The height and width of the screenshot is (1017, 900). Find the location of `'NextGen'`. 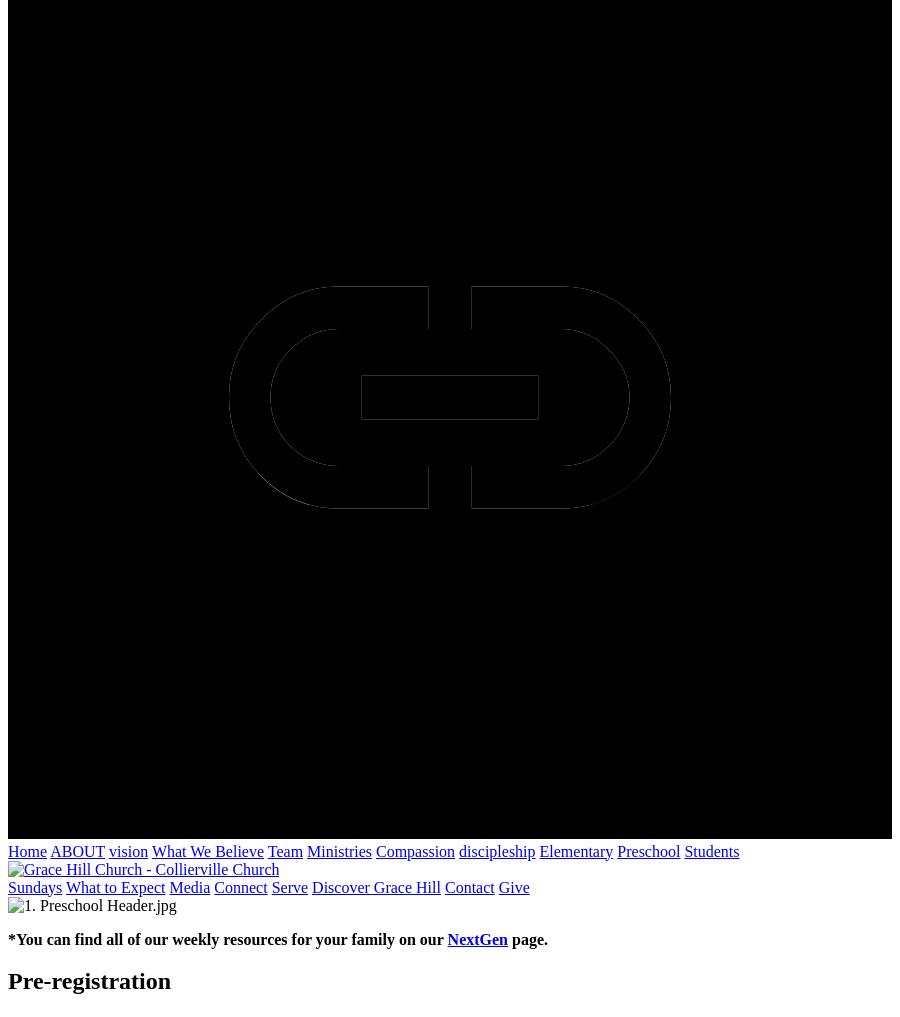

'NextGen' is located at coordinates (476, 937).